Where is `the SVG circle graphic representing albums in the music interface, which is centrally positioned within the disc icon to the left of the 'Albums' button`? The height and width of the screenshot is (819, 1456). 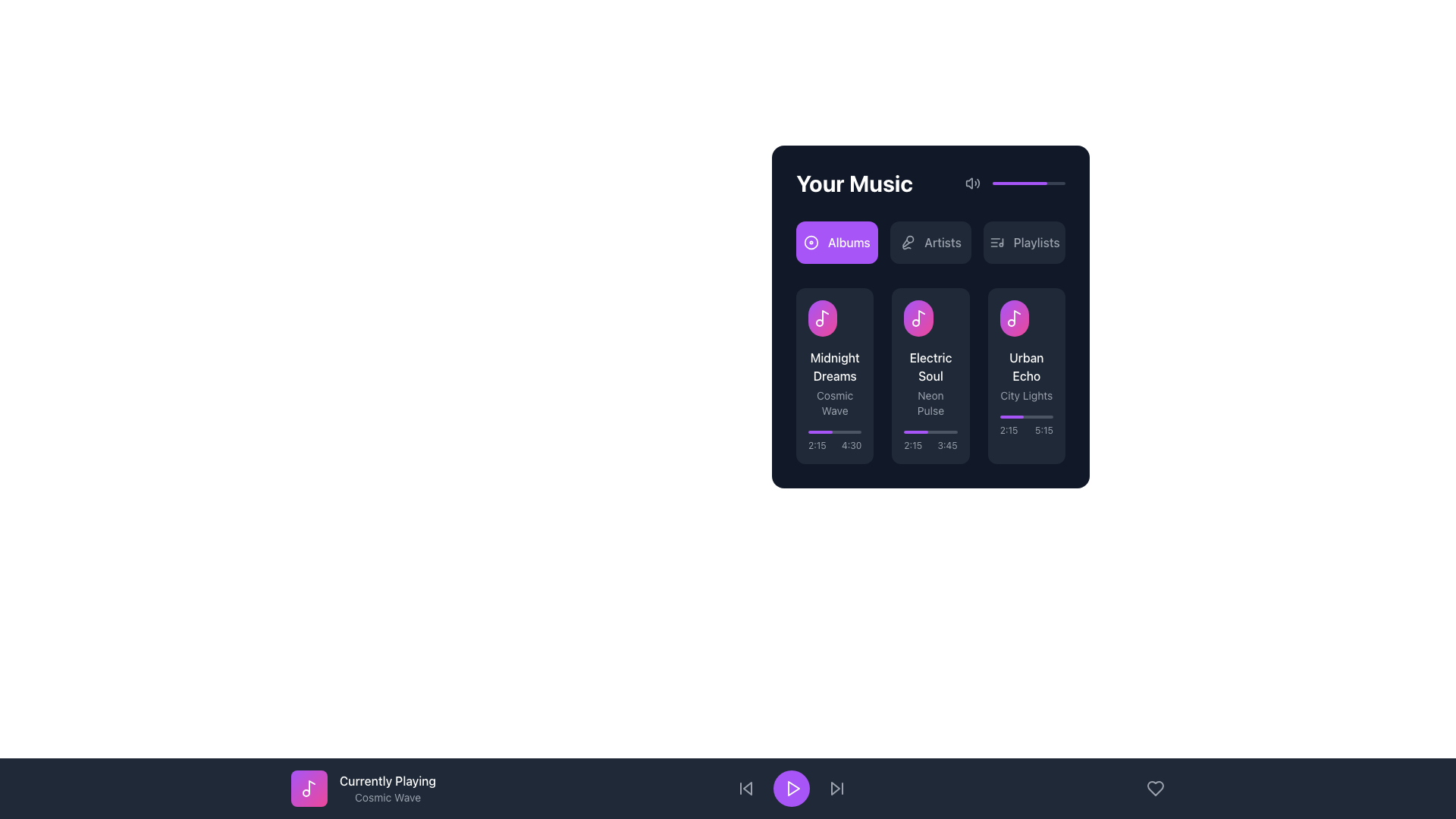
the SVG circle graphic representing albums in the music interface, which is centrally positioned within the disc icon to the left of the 'Albums' button is located at coordinates (810, 242).